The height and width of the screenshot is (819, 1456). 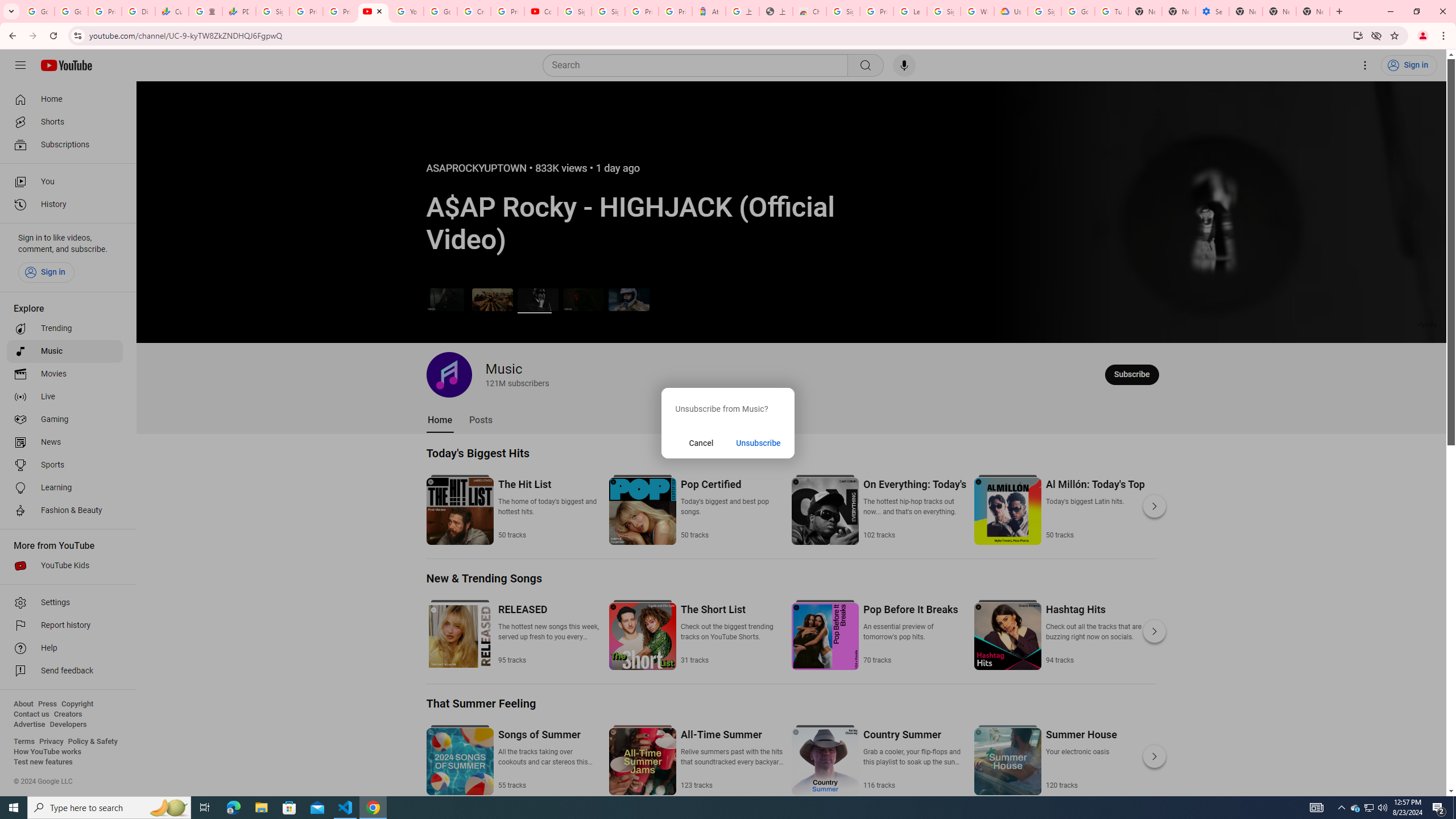 I want to click on 'Shorts', so click(x=64, y=122).